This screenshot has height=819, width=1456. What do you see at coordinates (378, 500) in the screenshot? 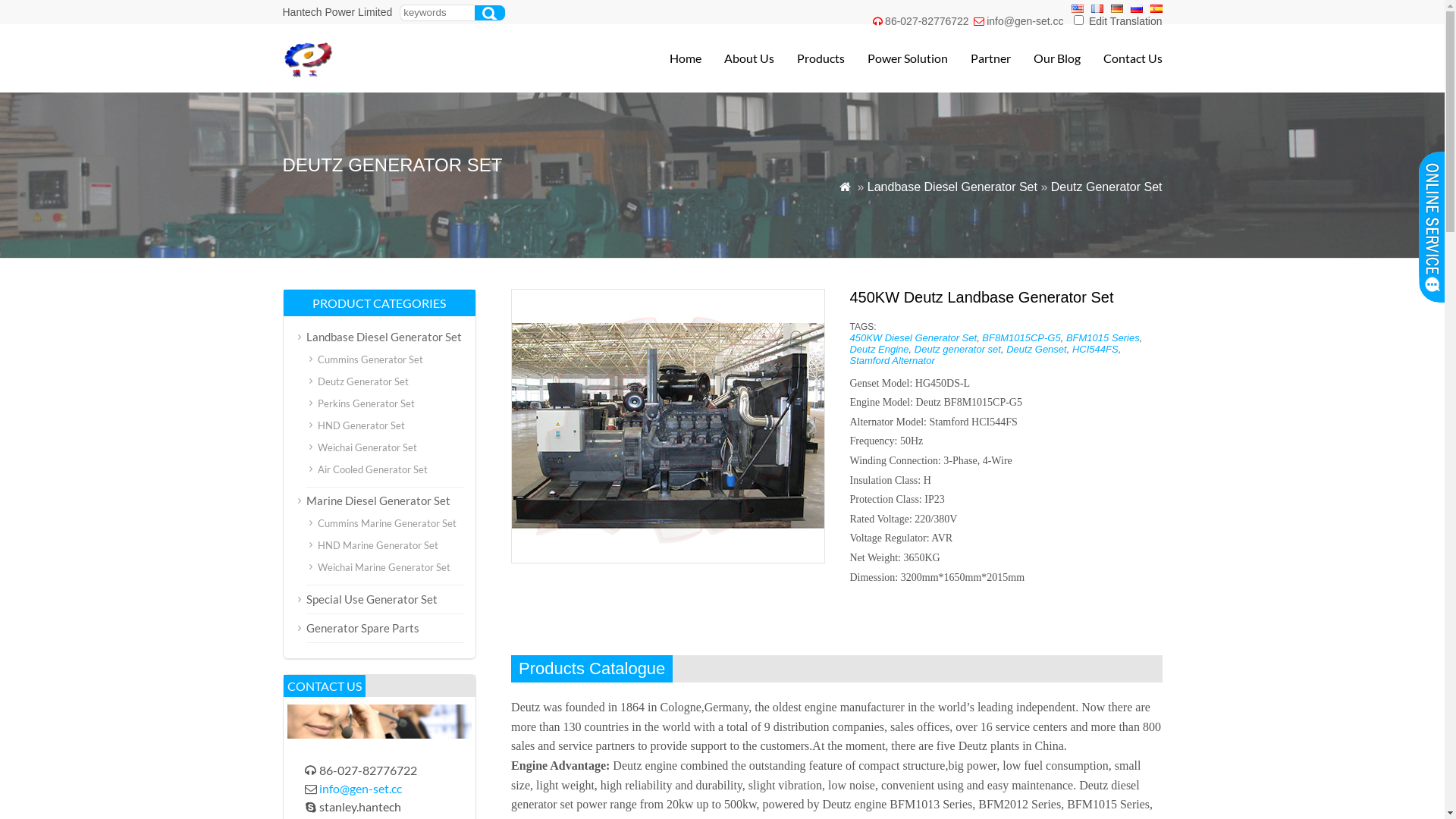
I see `'Marine Diesel Generator Set'` at bounding box center [378, 500].